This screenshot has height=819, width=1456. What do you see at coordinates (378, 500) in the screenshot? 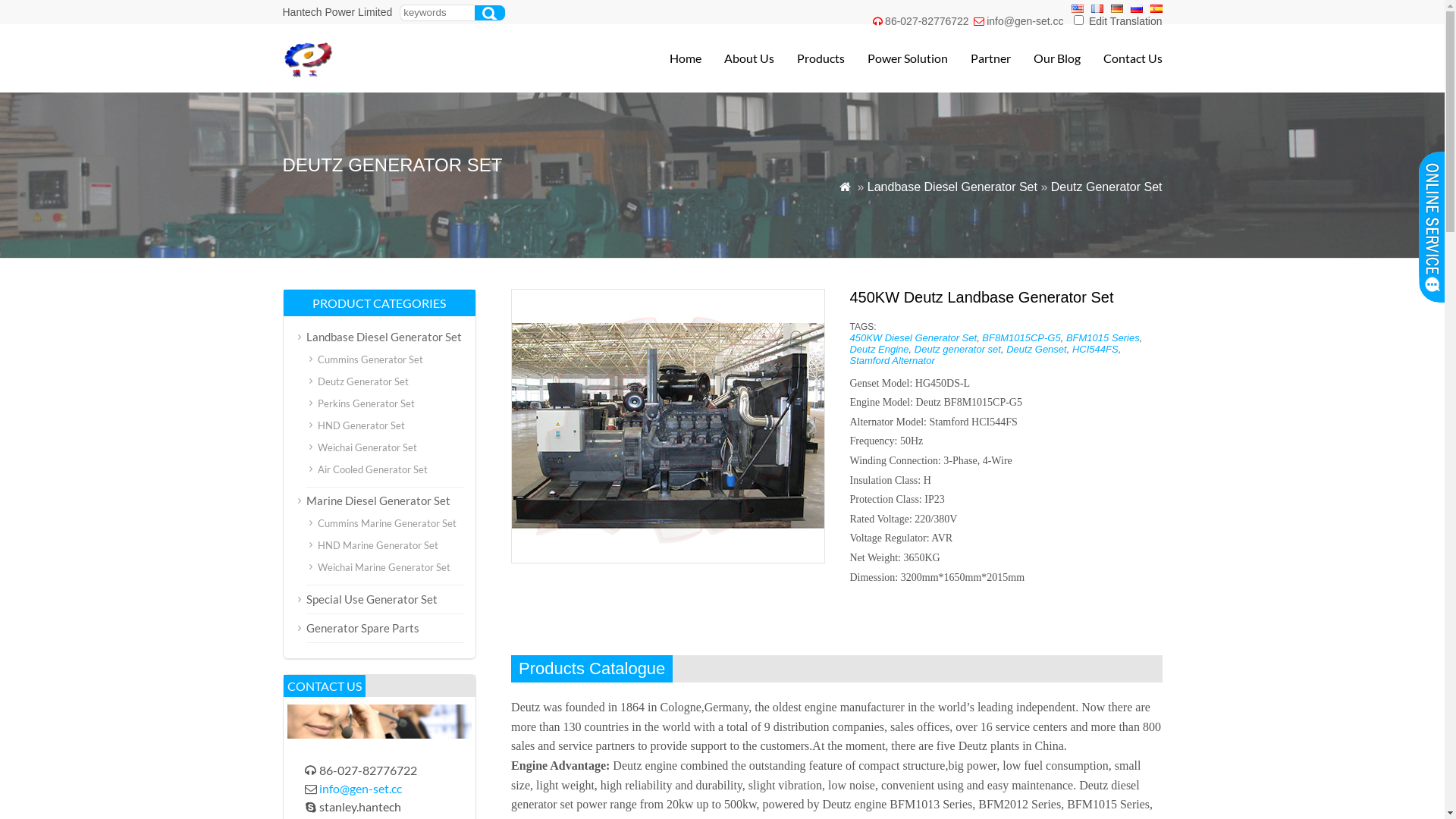
I see `'Marine Diesel Generator Set'` at bounding box center [378, 500].